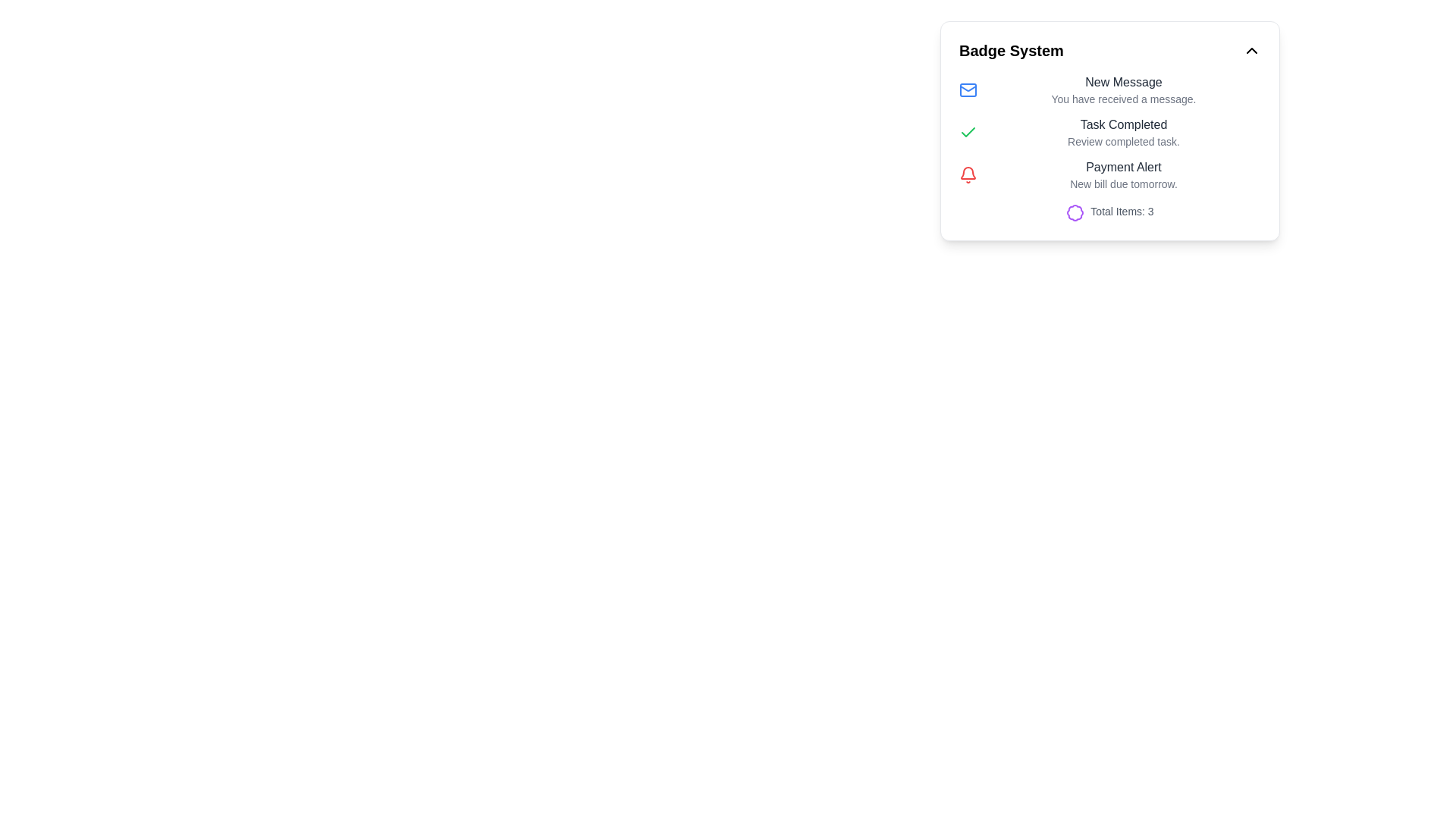 The height and width of the screenshot is (819, 1456). I want to click on text of the title label for the payment alert notification, which is located above the 'New bill due tomorrow.' text, so click(1124, 167).